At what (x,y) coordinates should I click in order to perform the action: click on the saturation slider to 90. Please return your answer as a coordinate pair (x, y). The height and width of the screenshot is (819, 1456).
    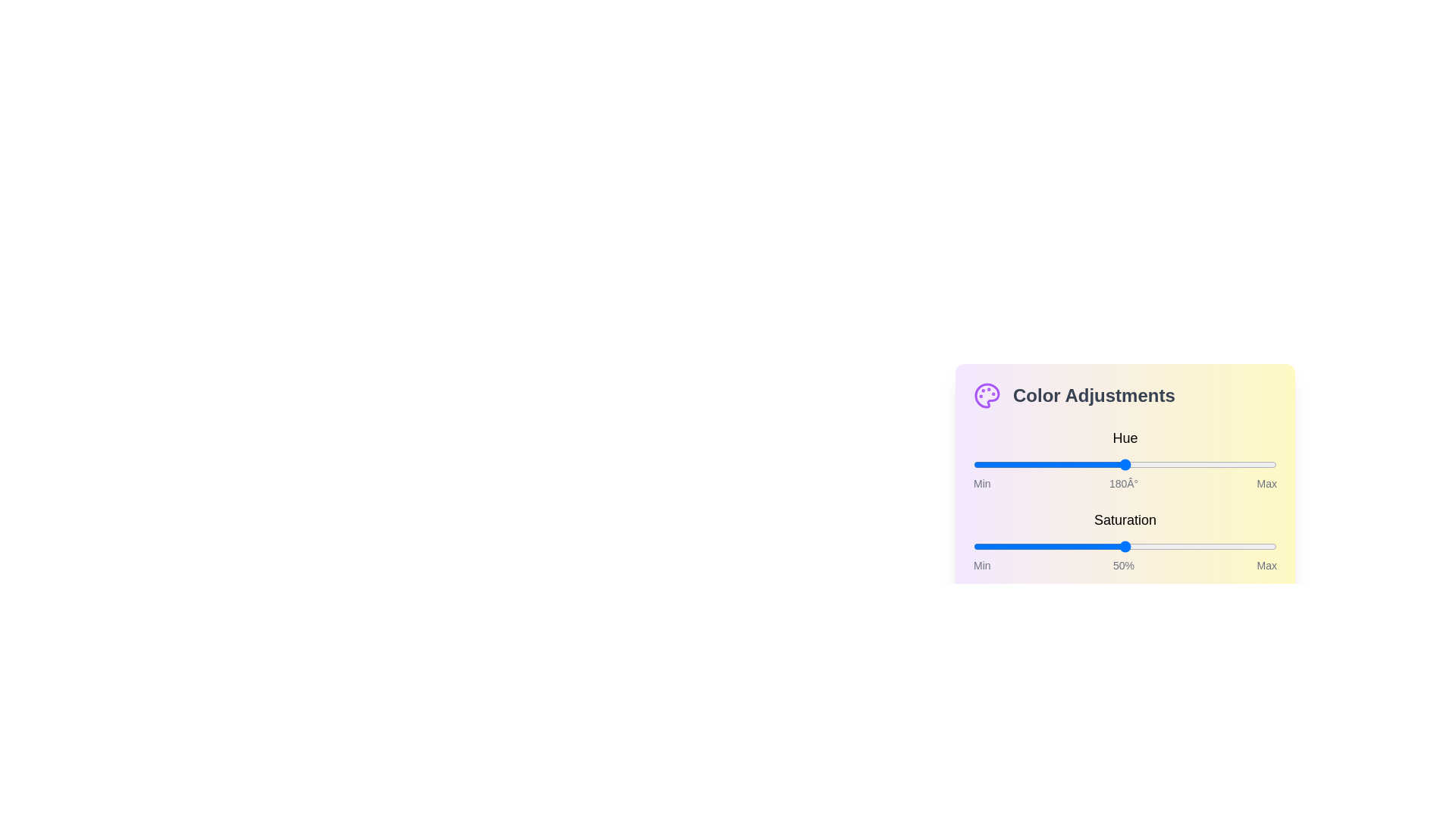
    Looking at the image, I should click on (1246, 547).